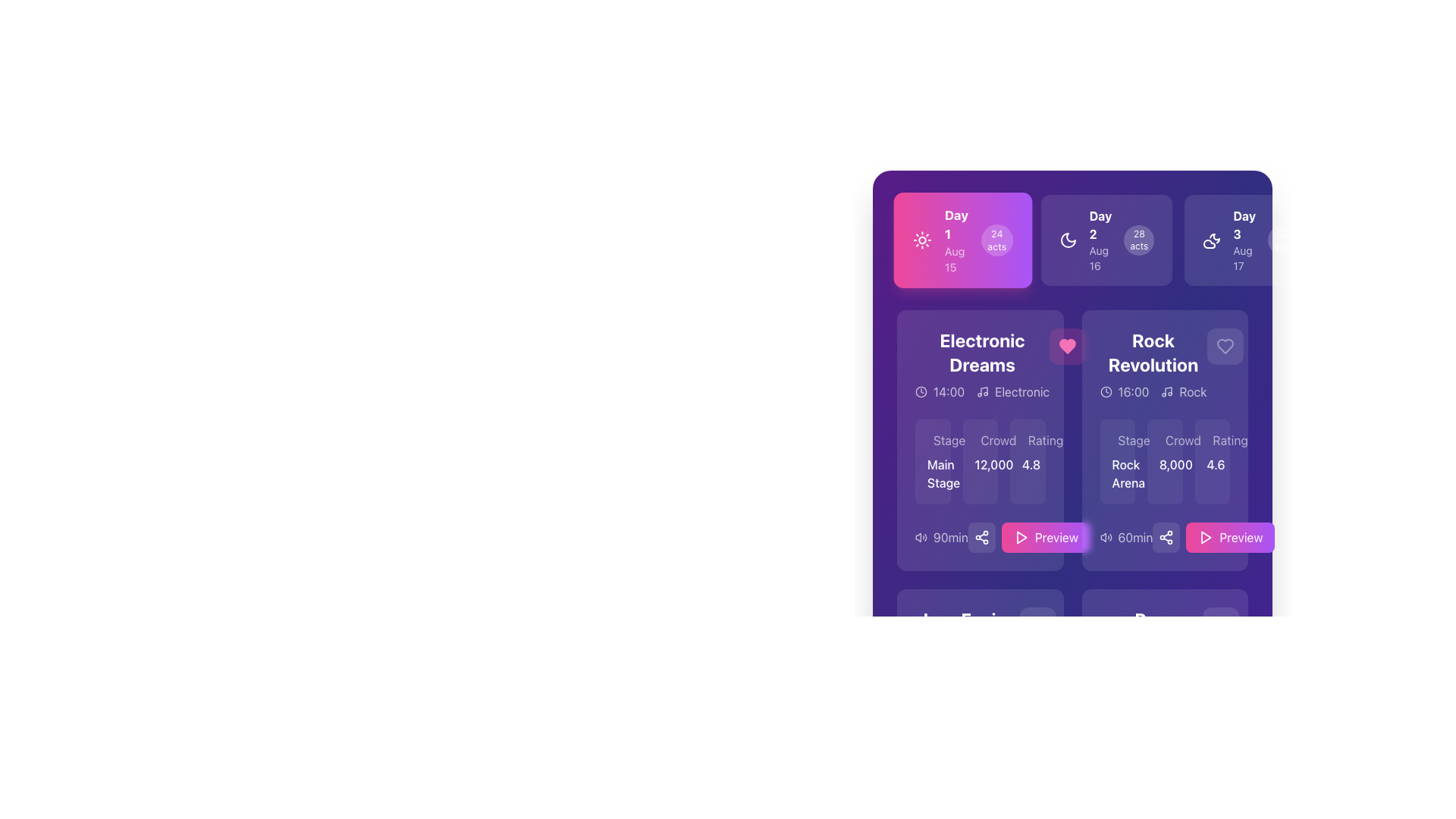 The image size is (1456, 819). What do you see at coordinates (1213, 537) in the screenshot?
I see `the 'Preview' button with a pink to purple gradient background, located at the bottom right of the Rock Revolution event section` at bounding box center [1213, 537].